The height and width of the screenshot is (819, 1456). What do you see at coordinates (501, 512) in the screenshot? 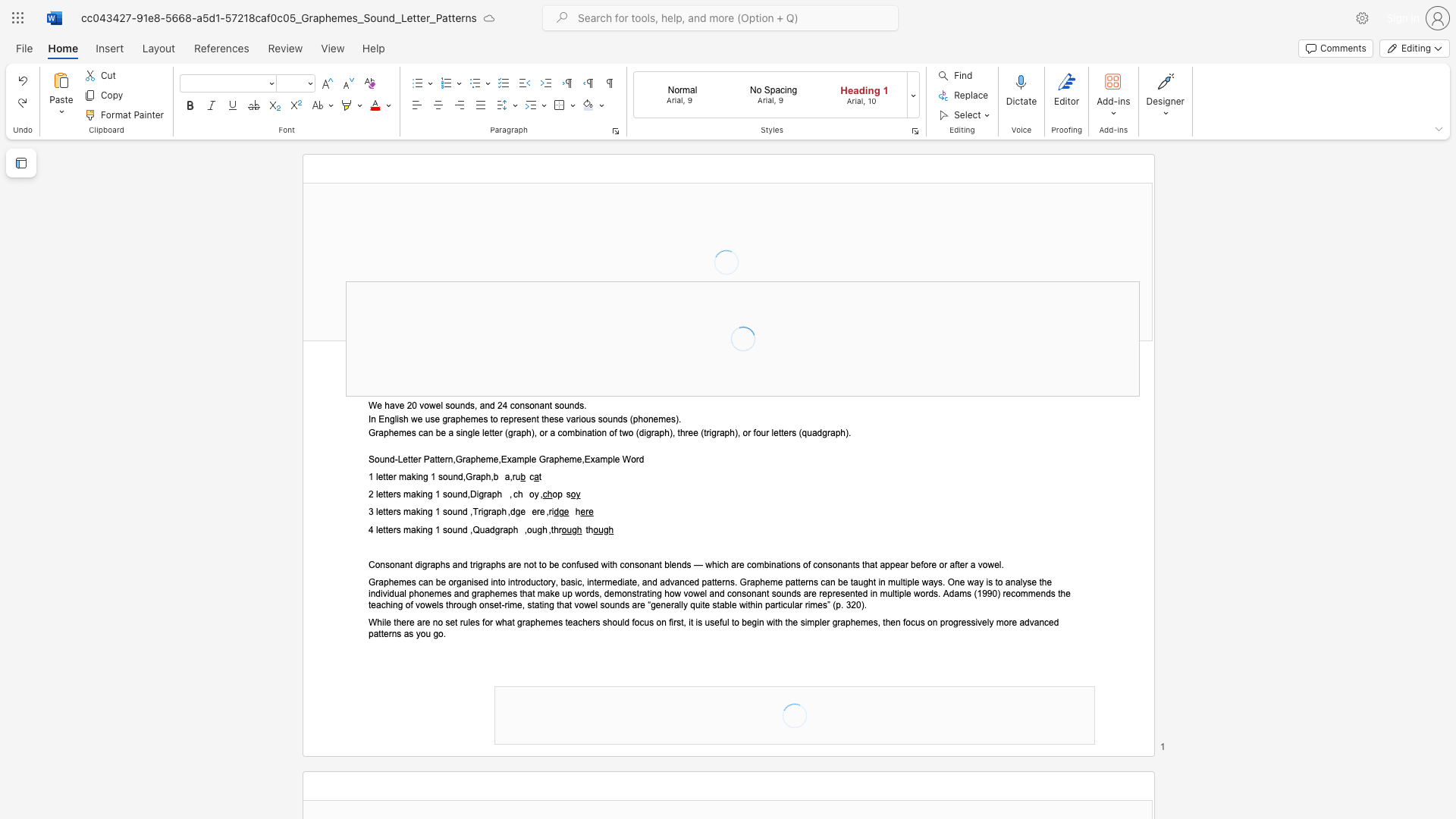
I see `the space between the continuous character "p" and "h" in the text` at bounding box center [501, 512].